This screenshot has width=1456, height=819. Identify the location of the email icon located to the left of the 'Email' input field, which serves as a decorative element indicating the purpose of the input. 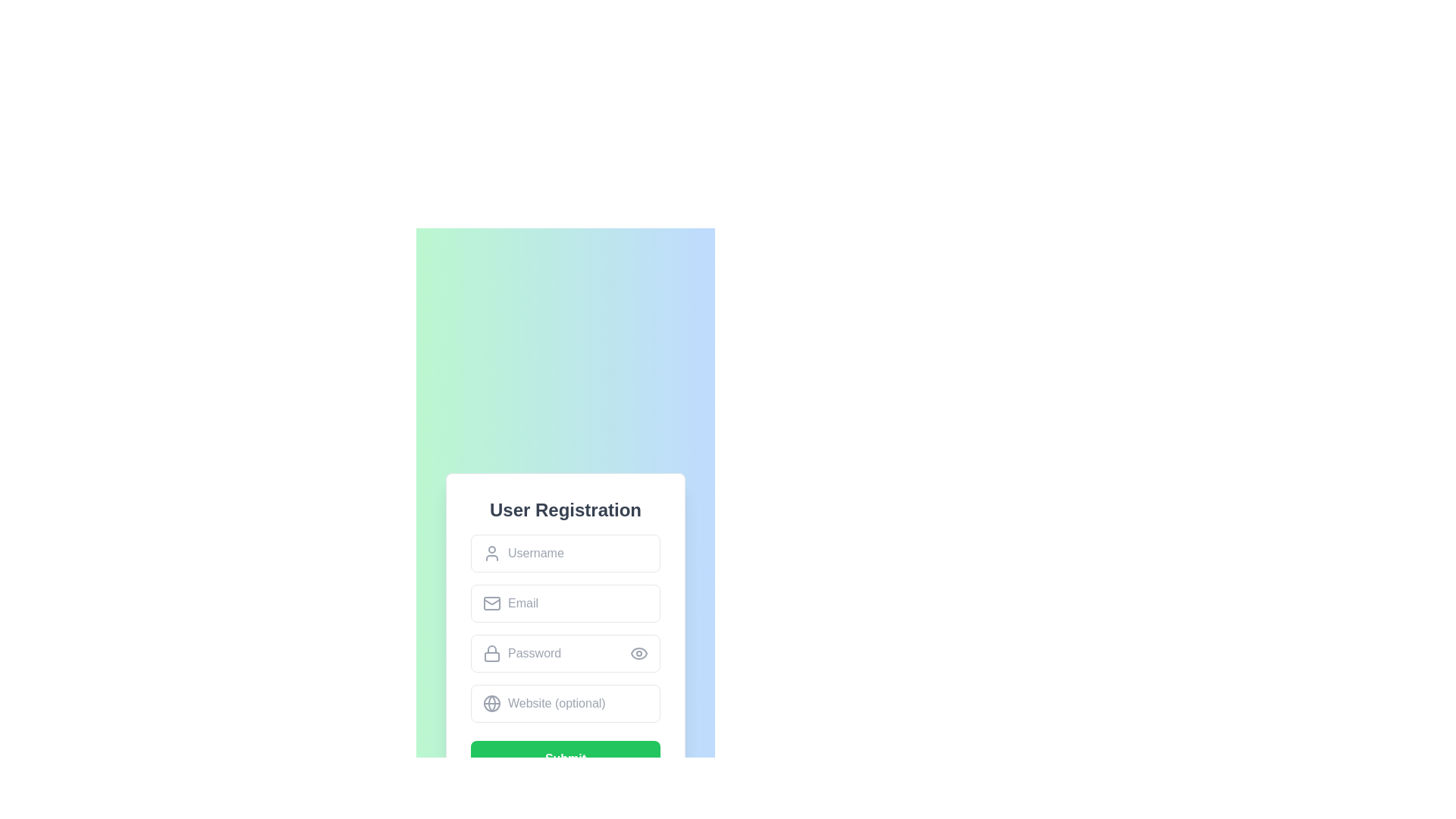
(491, 602).